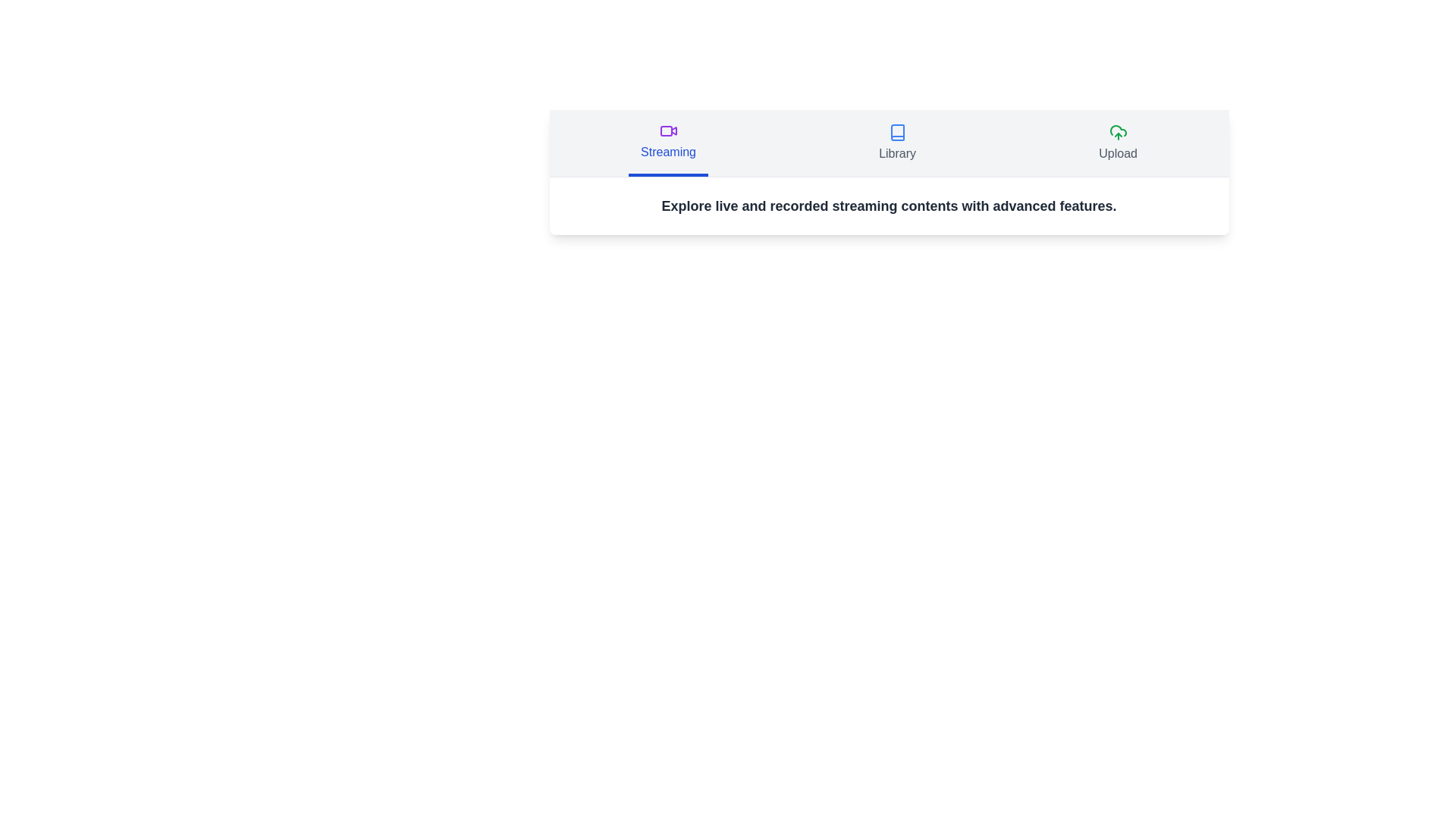  Describe the element at coordinates (1118, 143) in the screenshot. I see `the Upload tab` at that location.